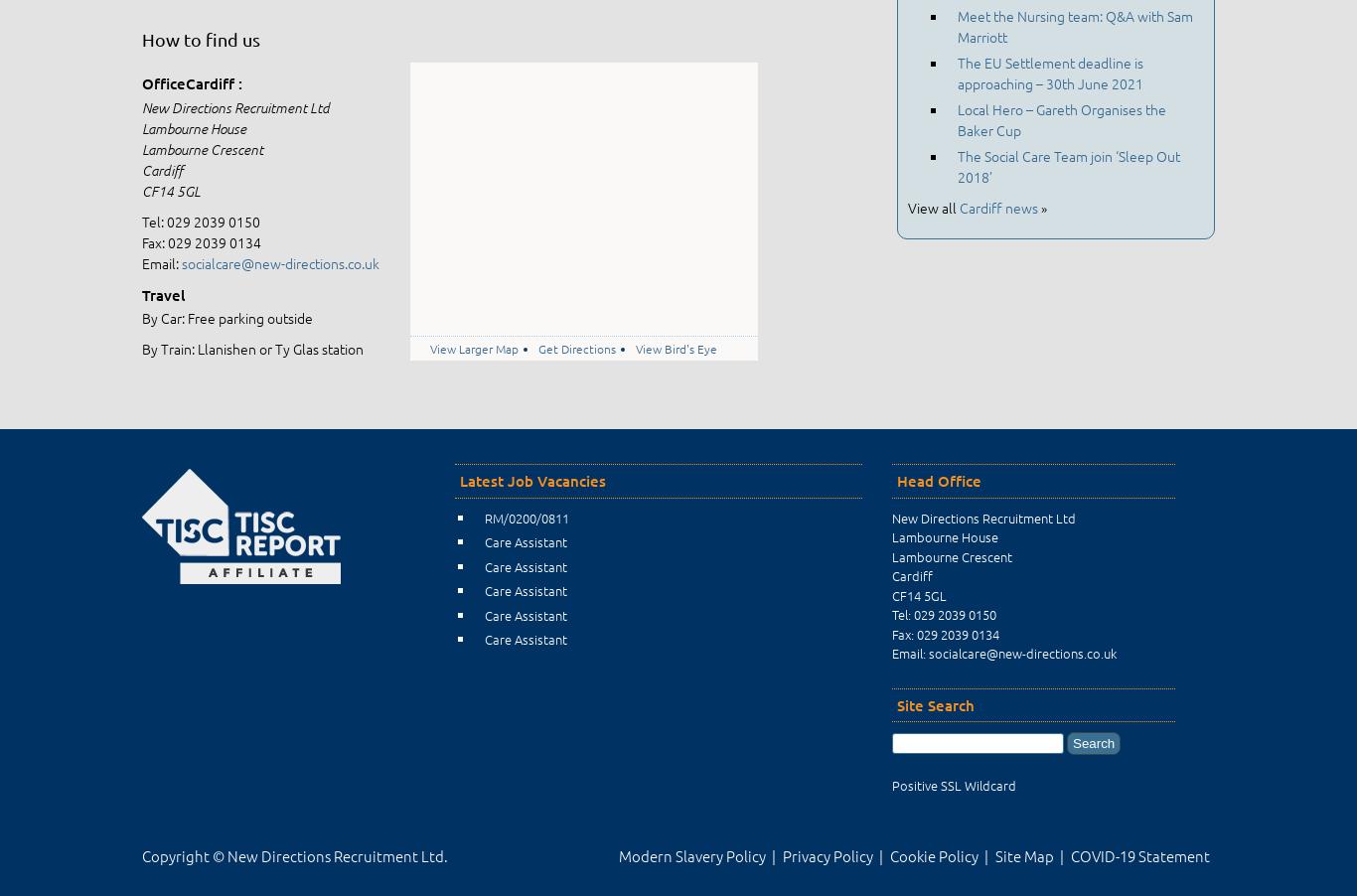  What do you see at coordinates (1061, 119) in the screenshot?
I see `'Local Hero – Gareth Organises the Baker Cup'` at bounding box center [1061, 119].